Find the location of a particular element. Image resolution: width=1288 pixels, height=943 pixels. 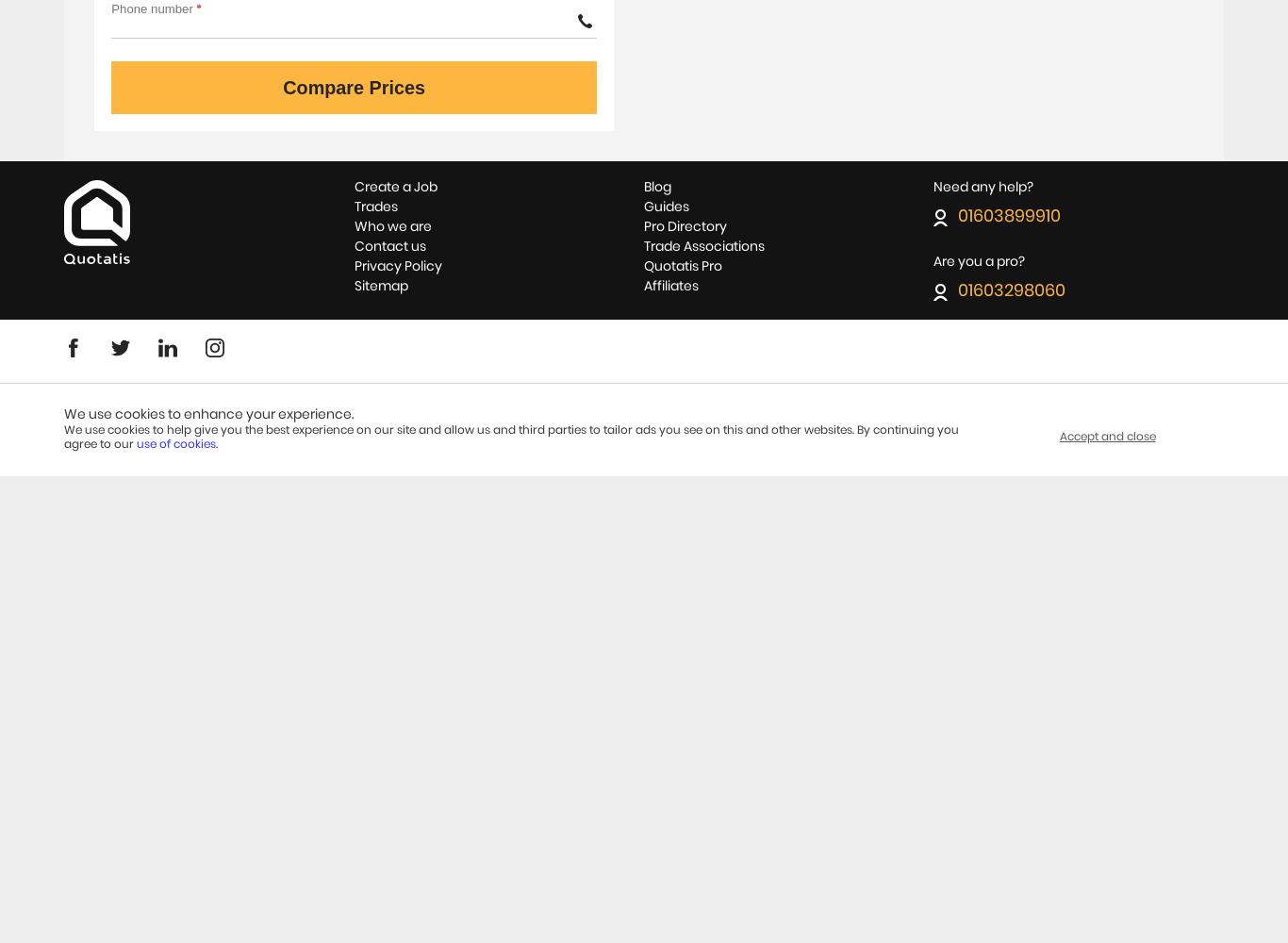

'We use cookies to enhance your experience.' is located at coordinates (207, 413).